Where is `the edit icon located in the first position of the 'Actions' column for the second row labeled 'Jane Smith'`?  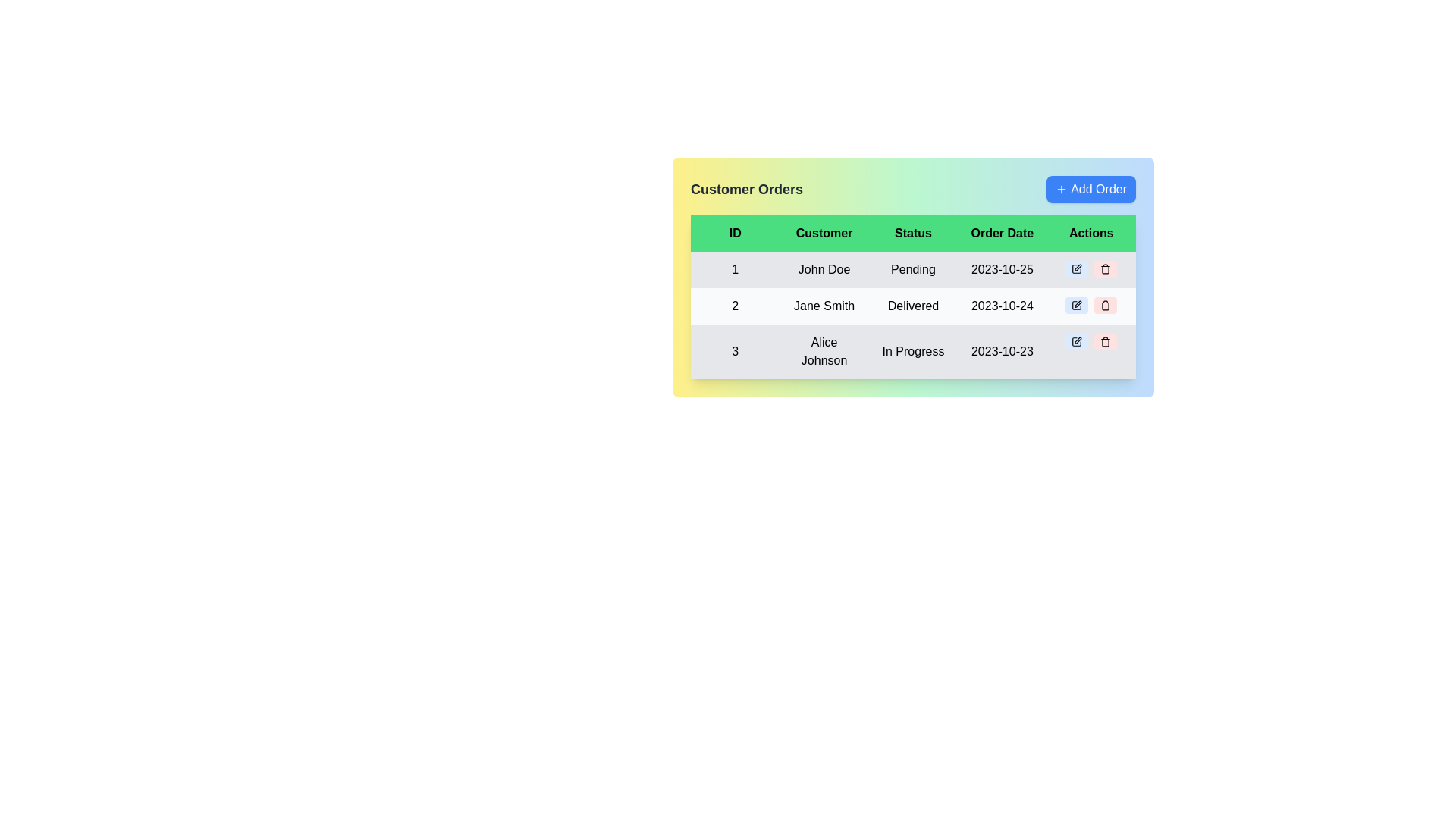
the edit icon located in the first position of the 'Actions' column for the second row labeled 'Jane Smith' is located at coordinates (1076, 305).